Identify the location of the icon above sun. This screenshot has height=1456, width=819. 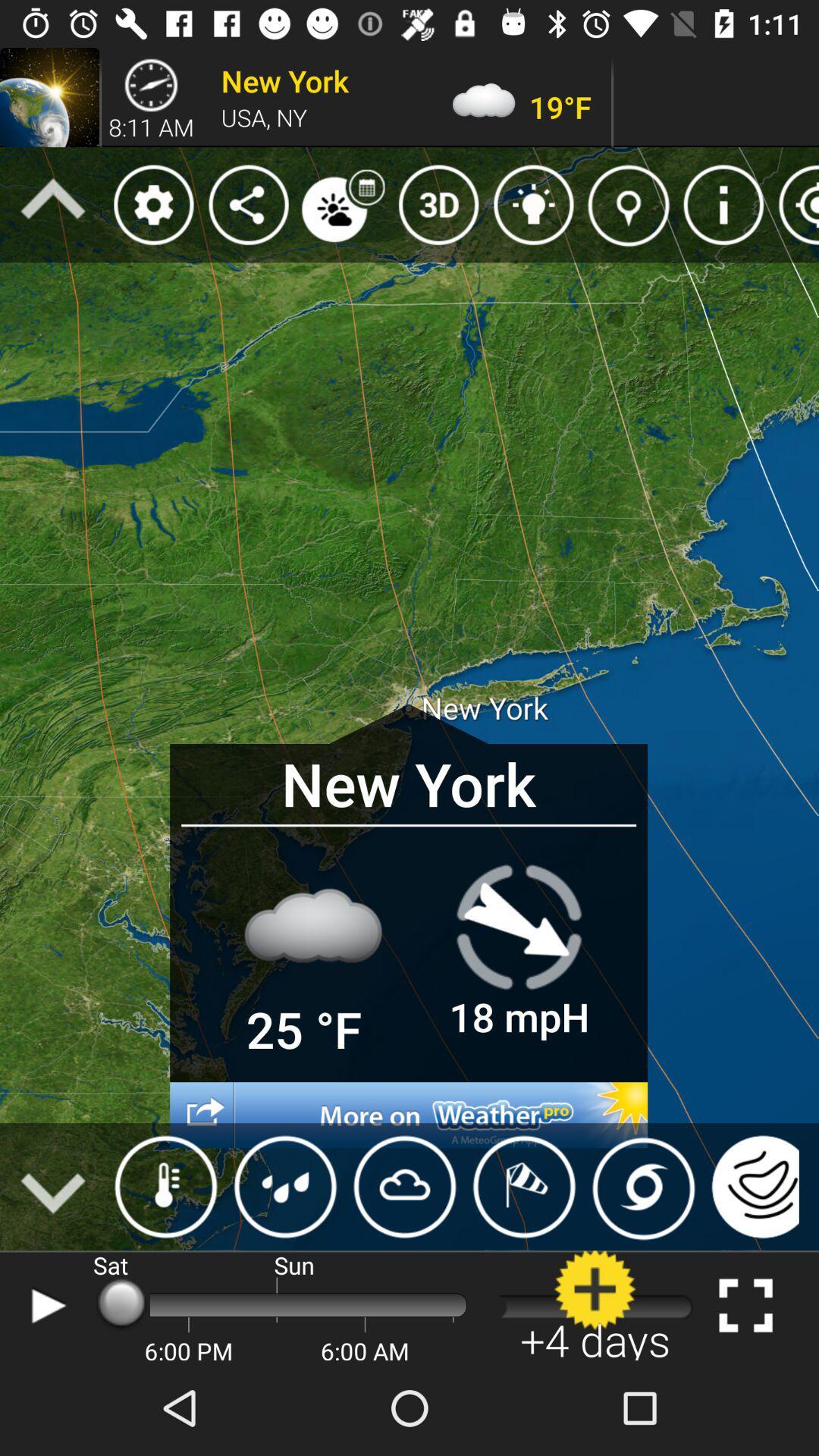
(285, 1186).